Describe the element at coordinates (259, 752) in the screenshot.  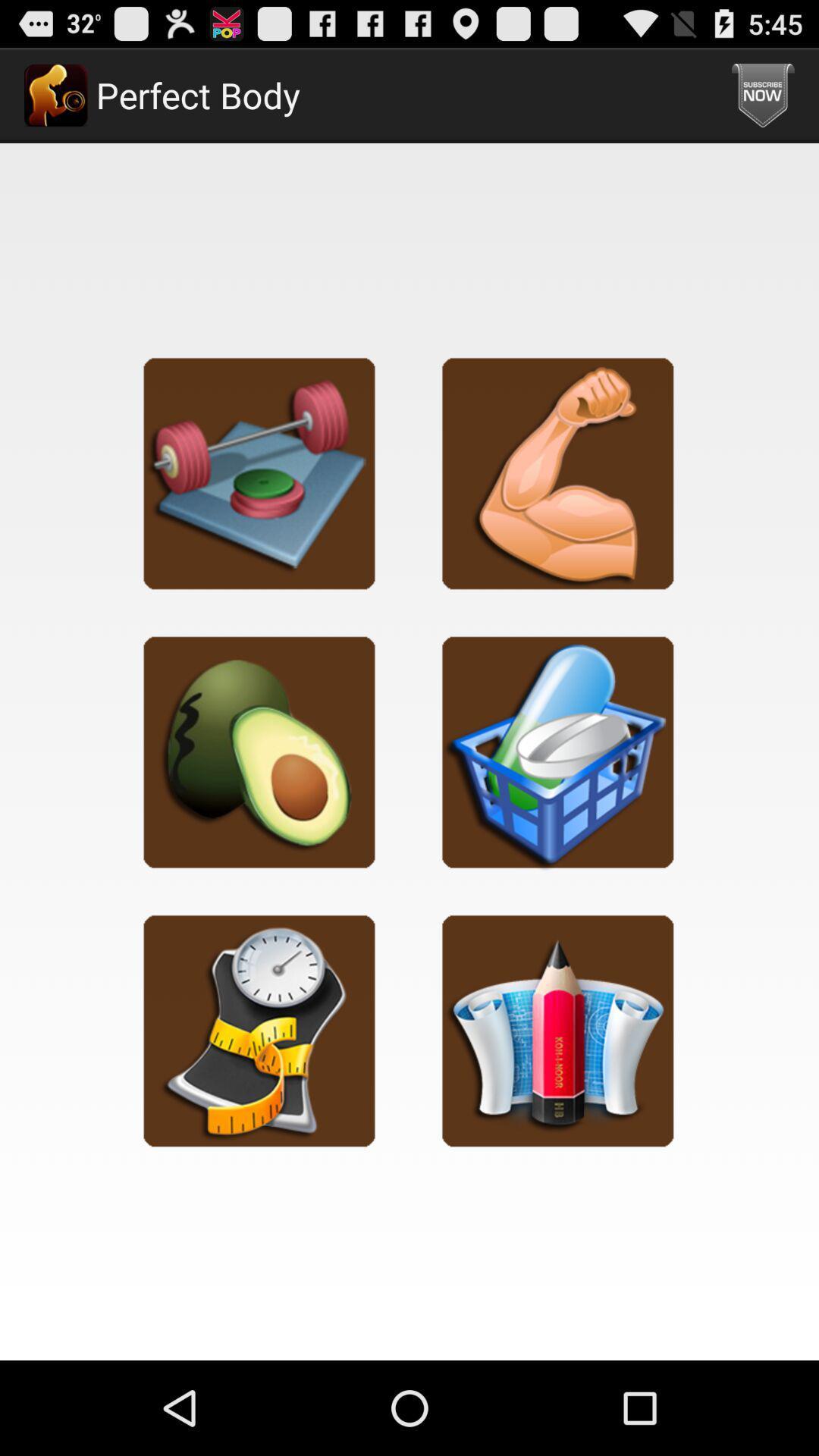
I see `nutrition` at that location.